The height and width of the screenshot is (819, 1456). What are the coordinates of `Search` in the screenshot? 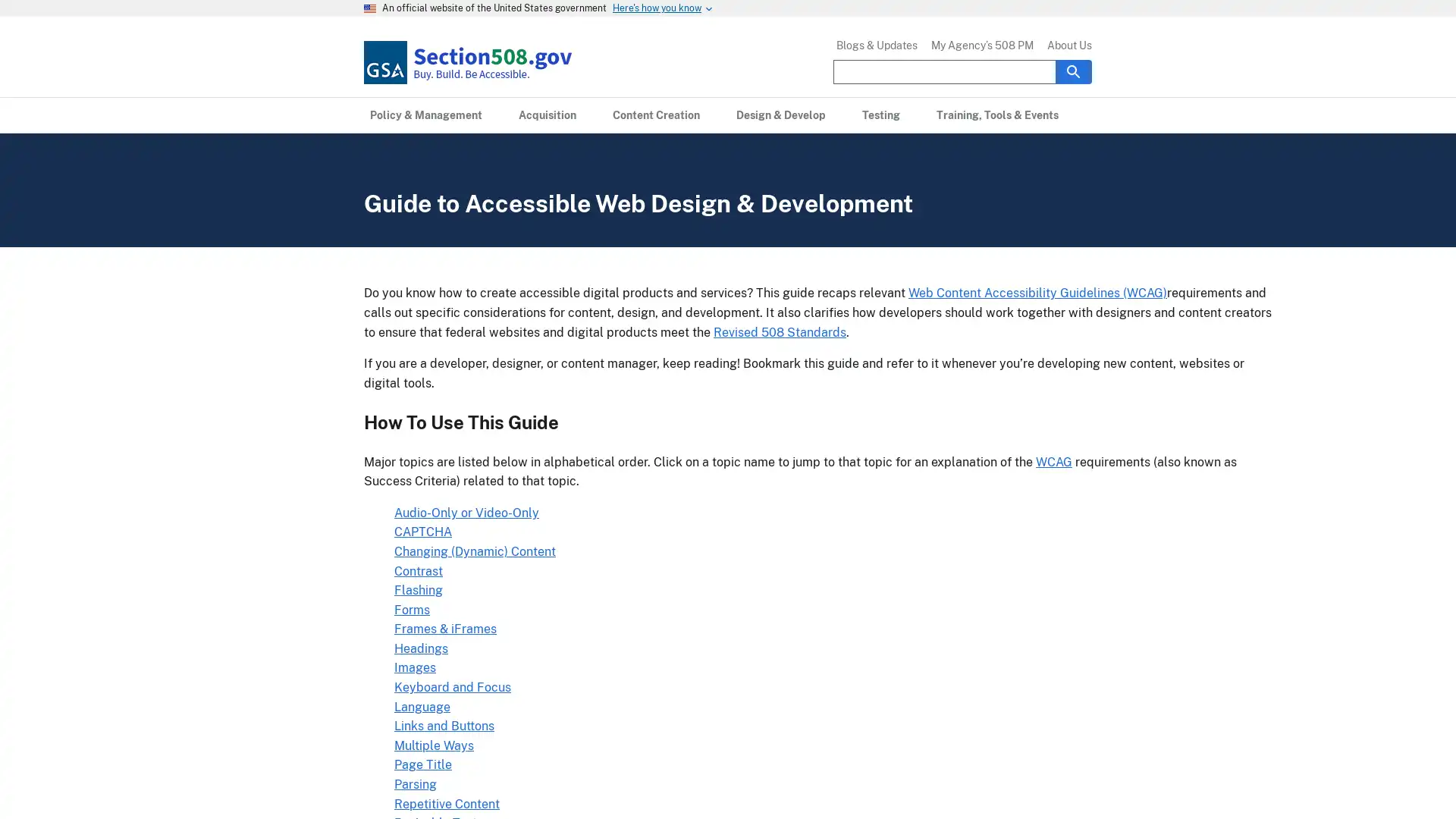 It's located at (1073, 71).